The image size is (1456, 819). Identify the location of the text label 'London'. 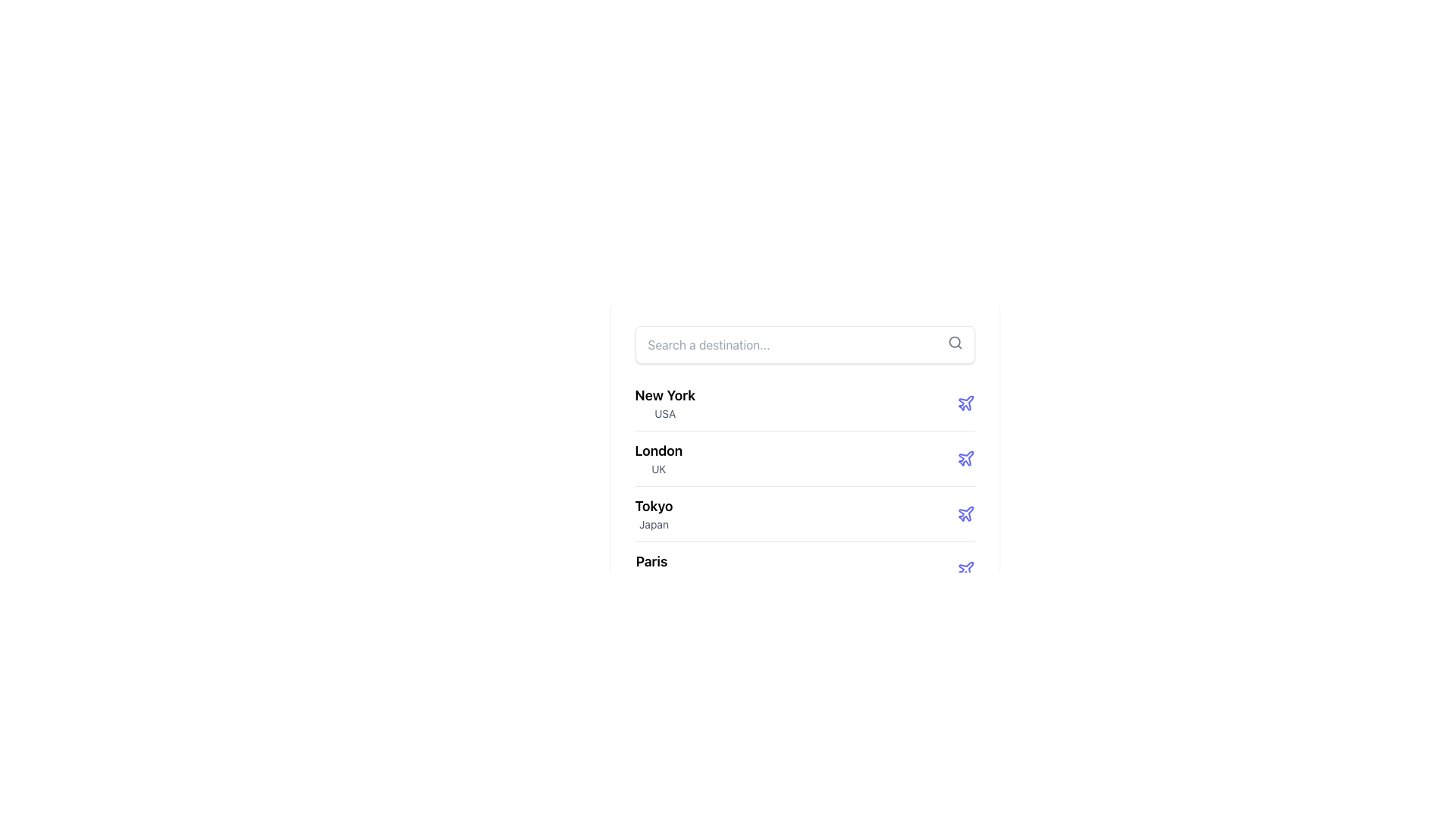
(658, 450).